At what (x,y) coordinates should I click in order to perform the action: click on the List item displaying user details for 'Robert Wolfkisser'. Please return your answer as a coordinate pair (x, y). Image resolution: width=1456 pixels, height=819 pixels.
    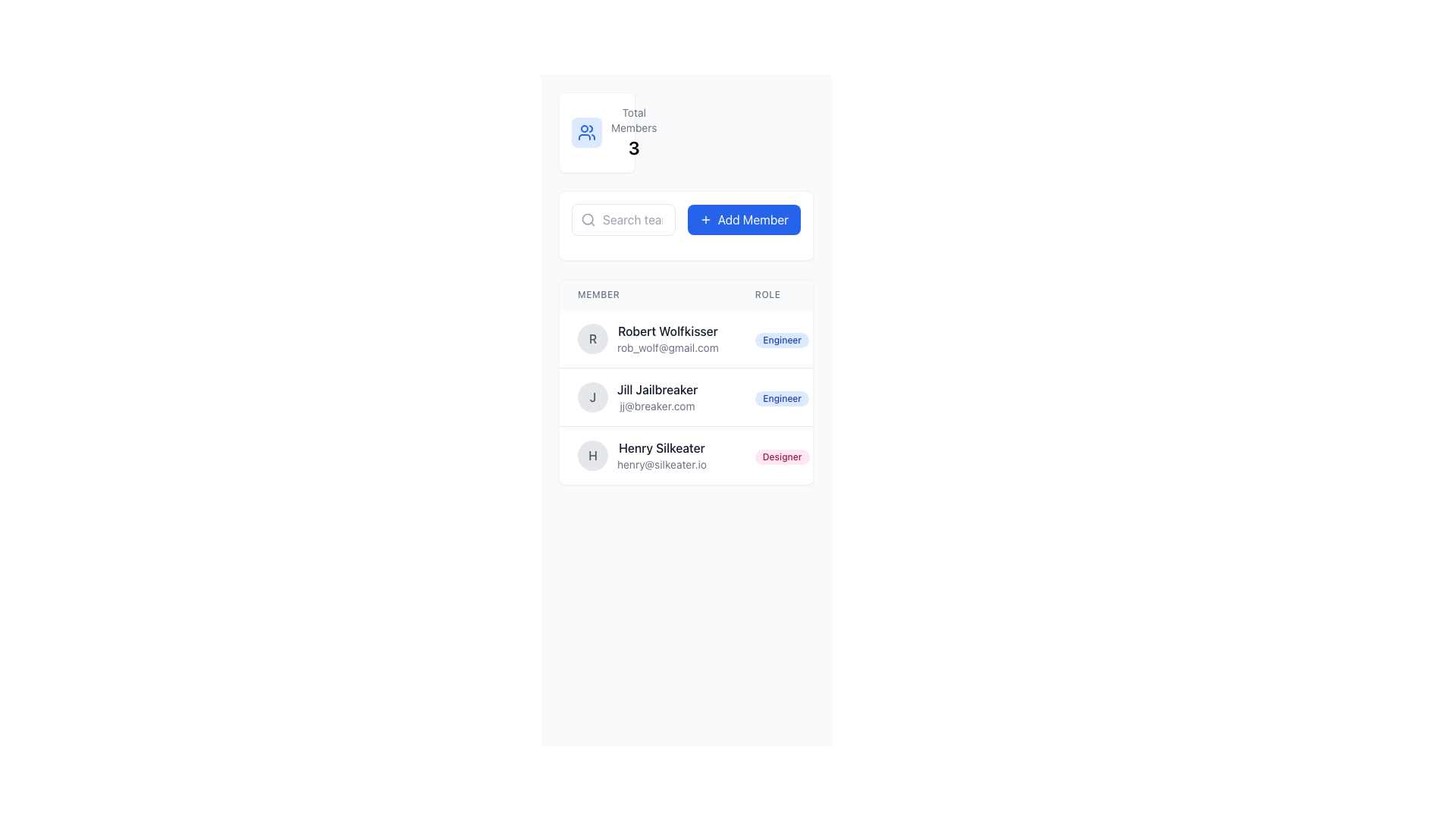
    Looking at the image, I should click on (648, 338).